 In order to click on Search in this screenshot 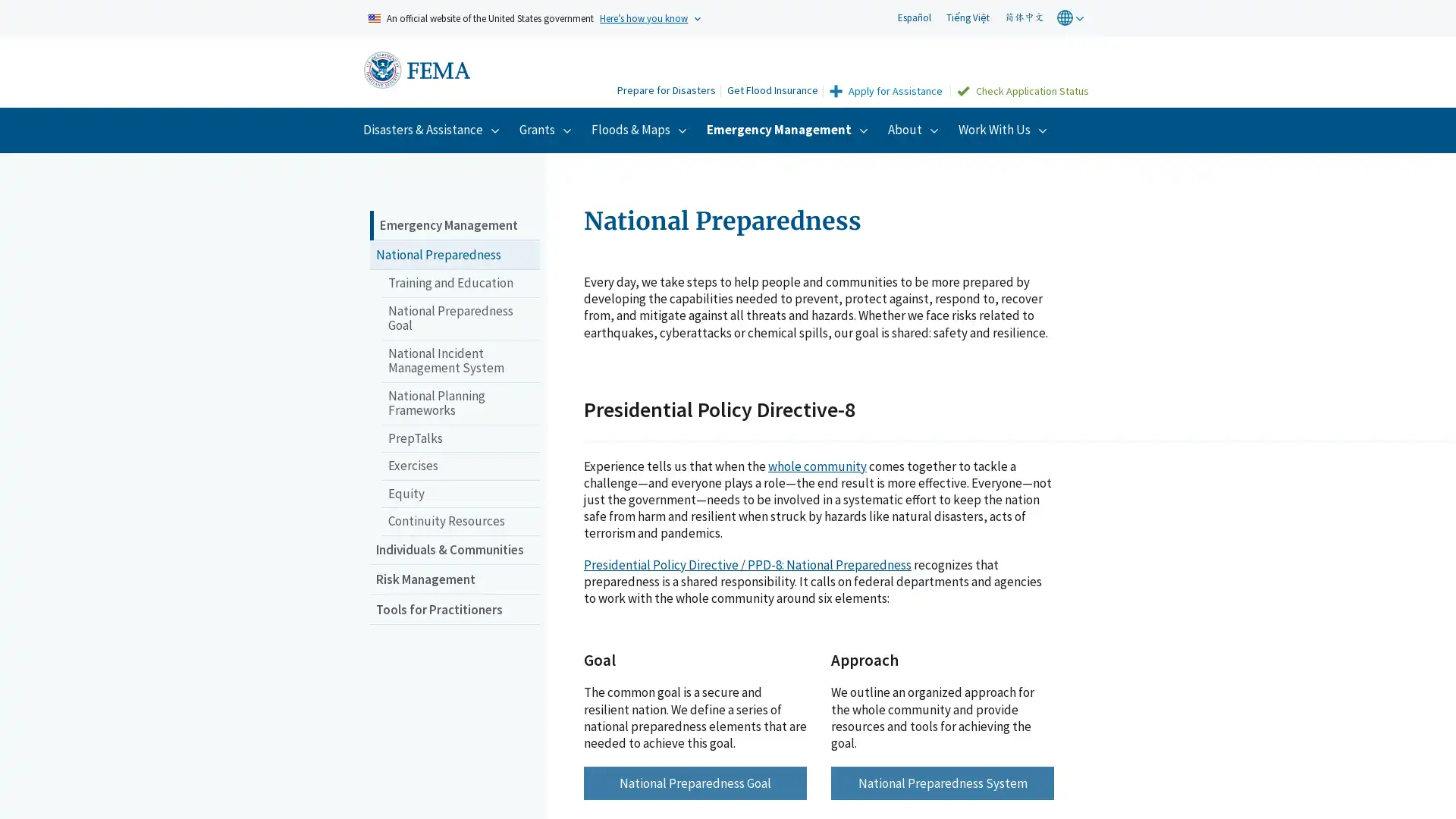, I will do `click(590, 73)`.